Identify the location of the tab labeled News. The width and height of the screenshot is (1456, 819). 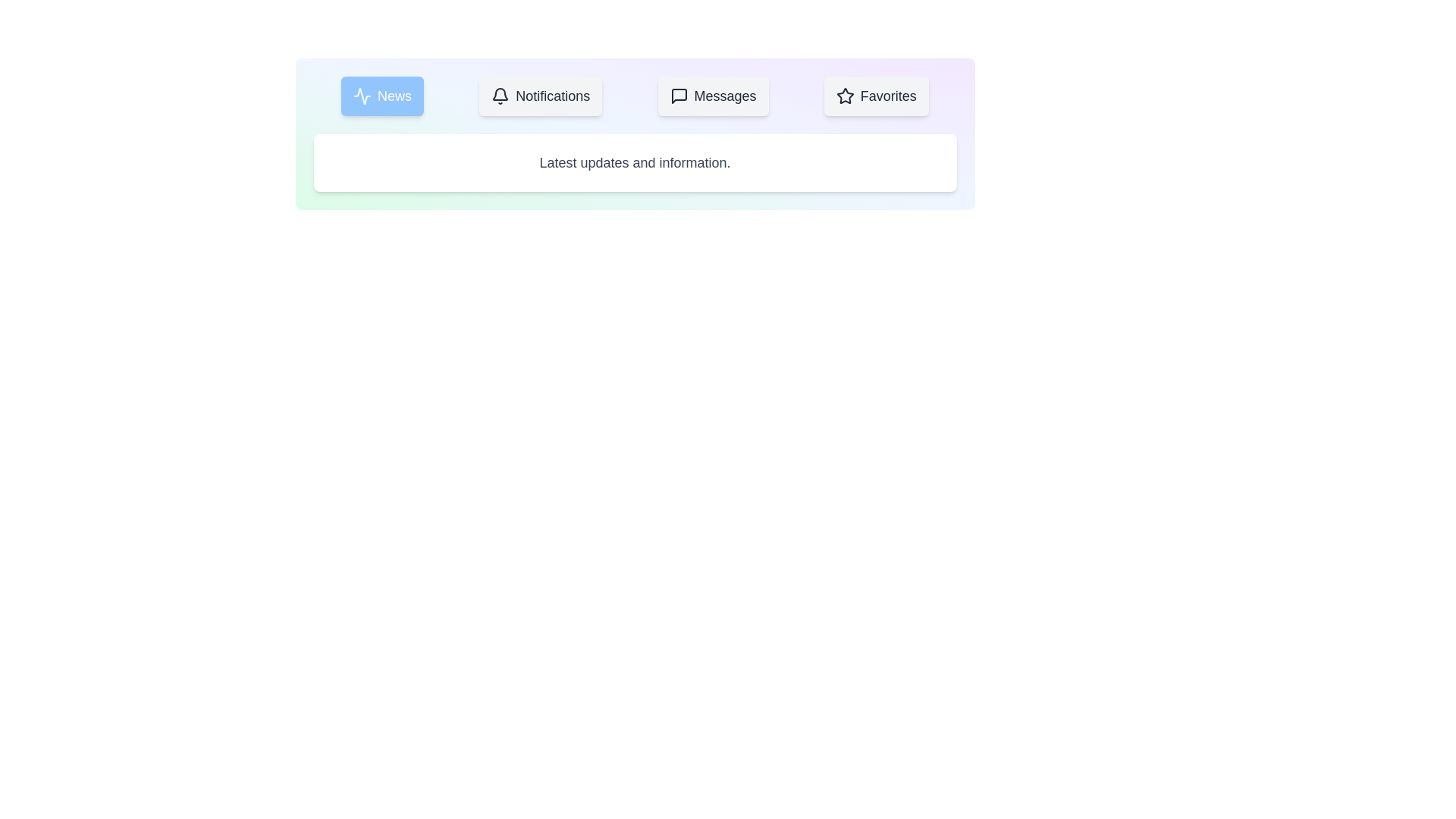
(382, 96).